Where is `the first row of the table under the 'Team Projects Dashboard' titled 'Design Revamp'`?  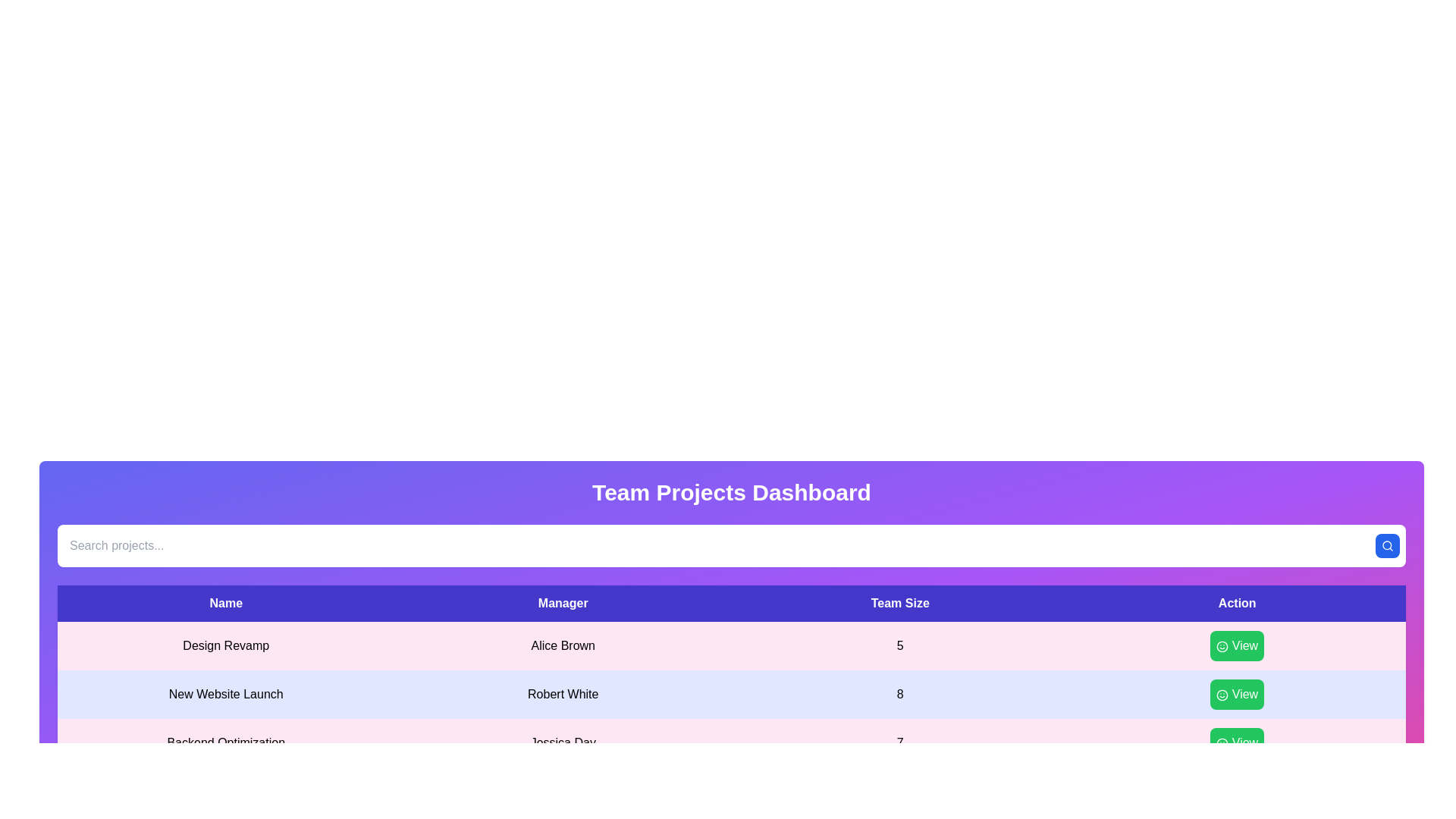 the first row of the table under the 'Team Projects Dashboard' titled 'Design Revamp' is located at coordinates (731, 646).